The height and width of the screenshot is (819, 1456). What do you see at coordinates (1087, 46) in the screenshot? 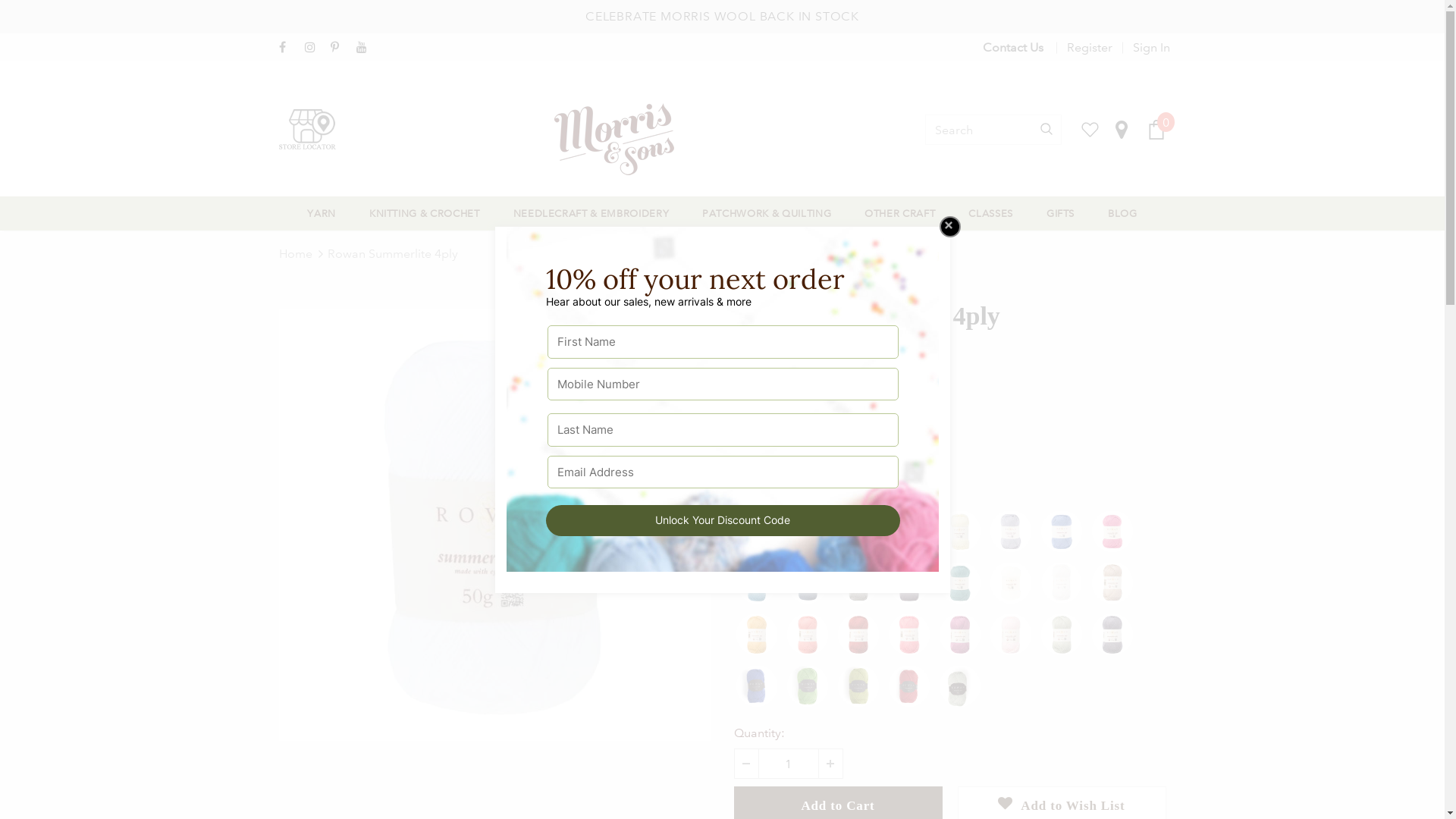
I see `'Register'` at bounding box center [1087, 46].